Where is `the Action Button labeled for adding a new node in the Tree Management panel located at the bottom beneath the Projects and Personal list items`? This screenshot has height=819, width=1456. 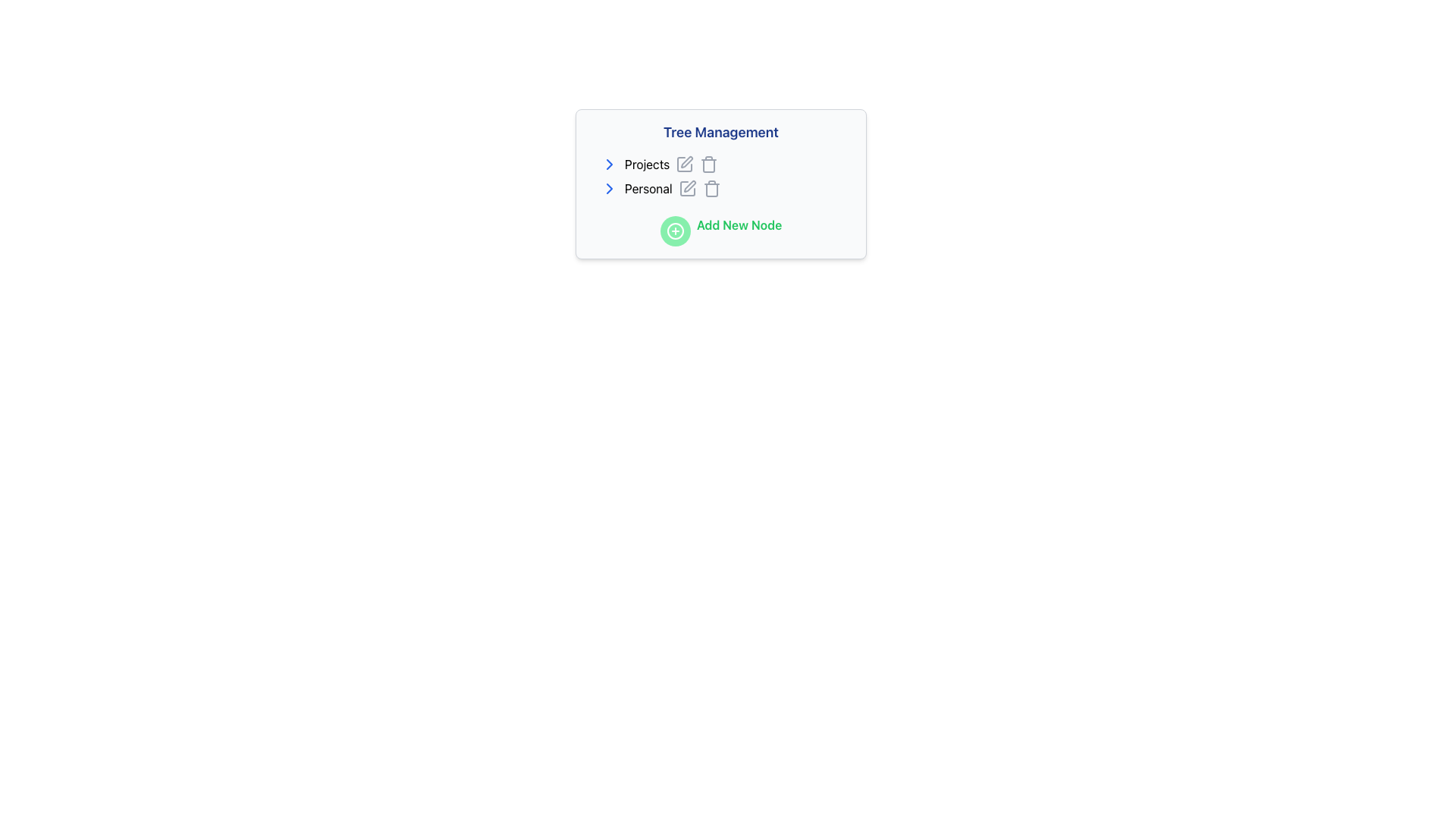 the Action Button labeled for adding a new node in the Tree Management panel located at the bottom beneath the Projects and Personal list items is located at coordinates (720, 231).